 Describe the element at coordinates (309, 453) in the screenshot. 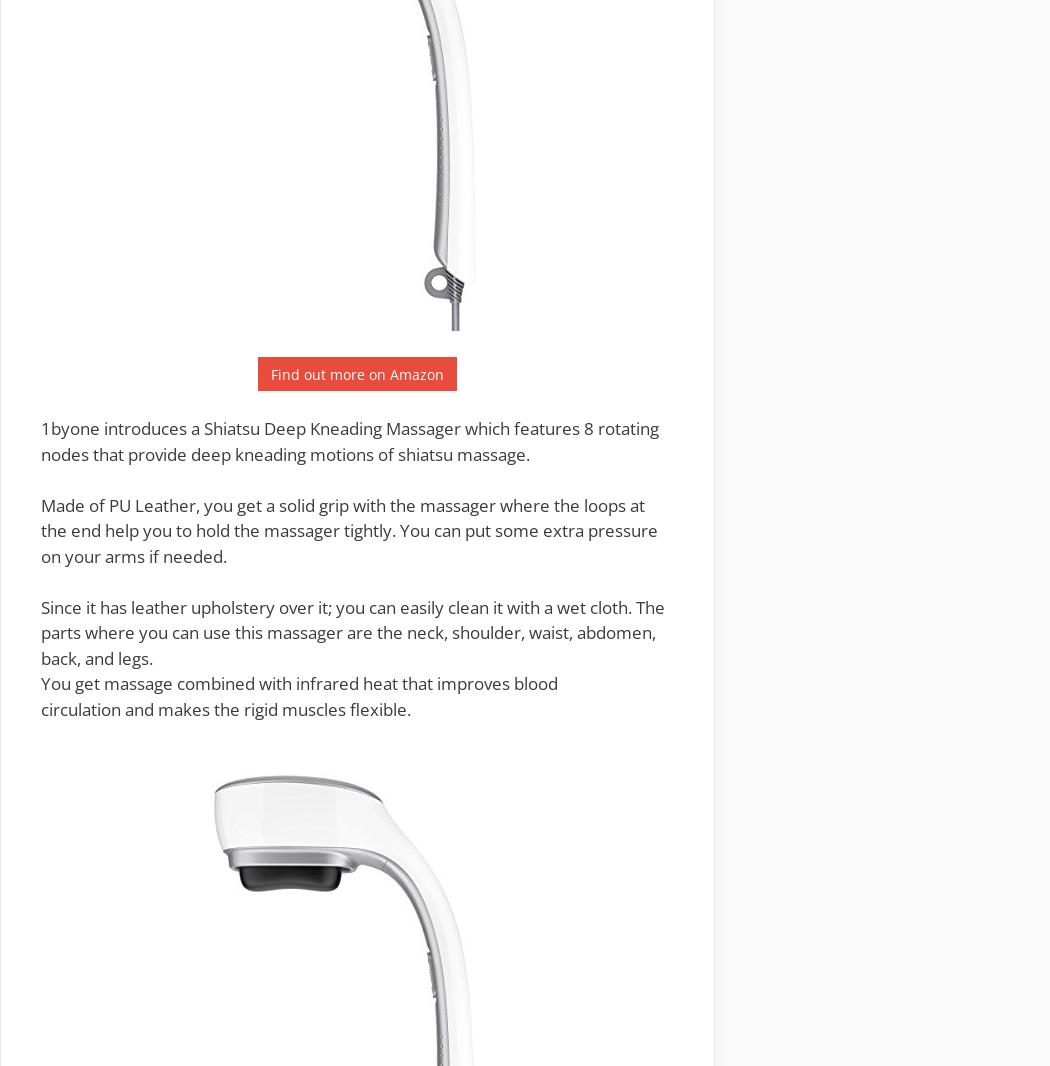

I see `'that provide deep kneading motions of shiatsu massage.'` at that location.